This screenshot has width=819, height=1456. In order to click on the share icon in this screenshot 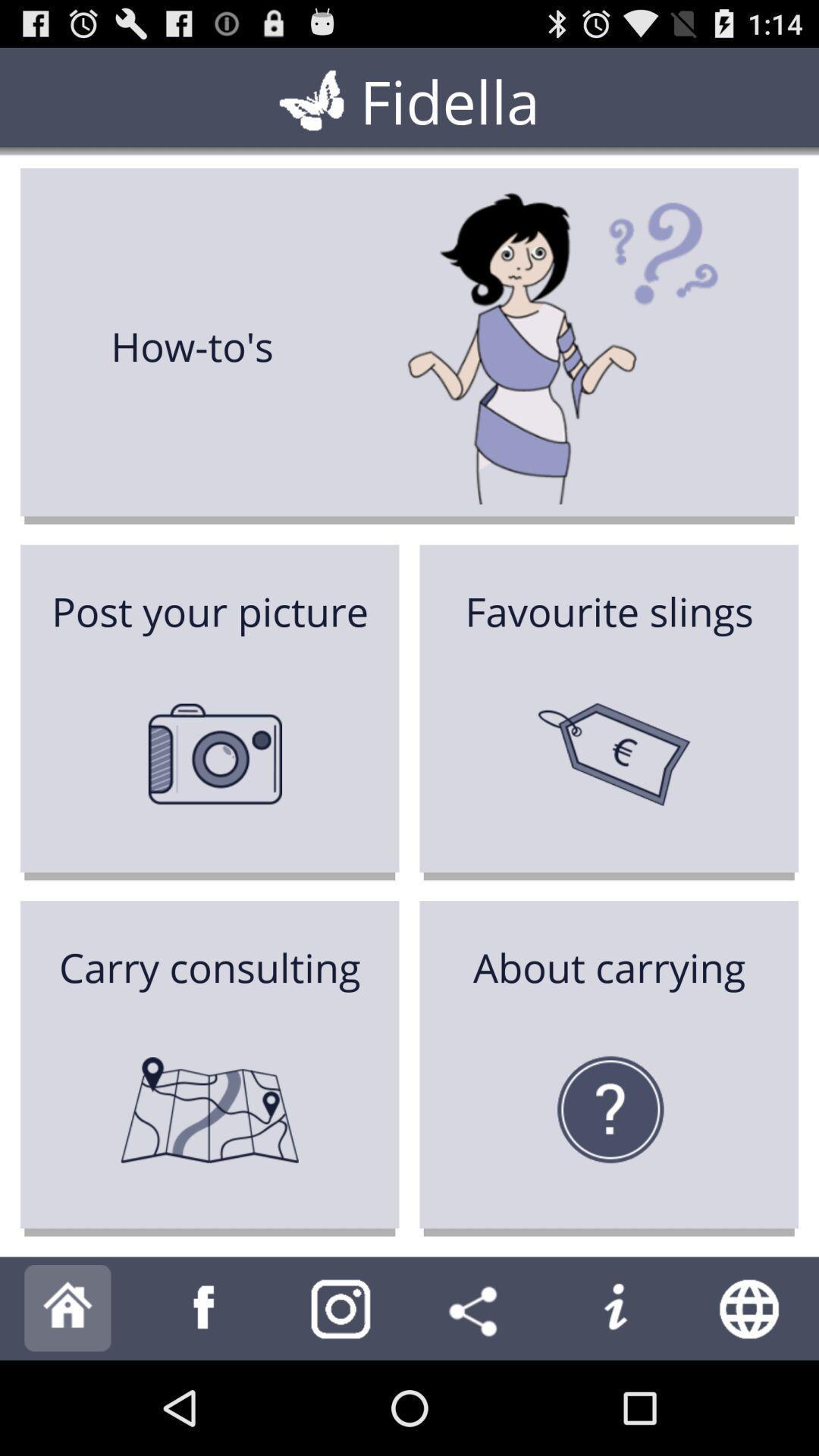, I will do `click(476, 1400)`.